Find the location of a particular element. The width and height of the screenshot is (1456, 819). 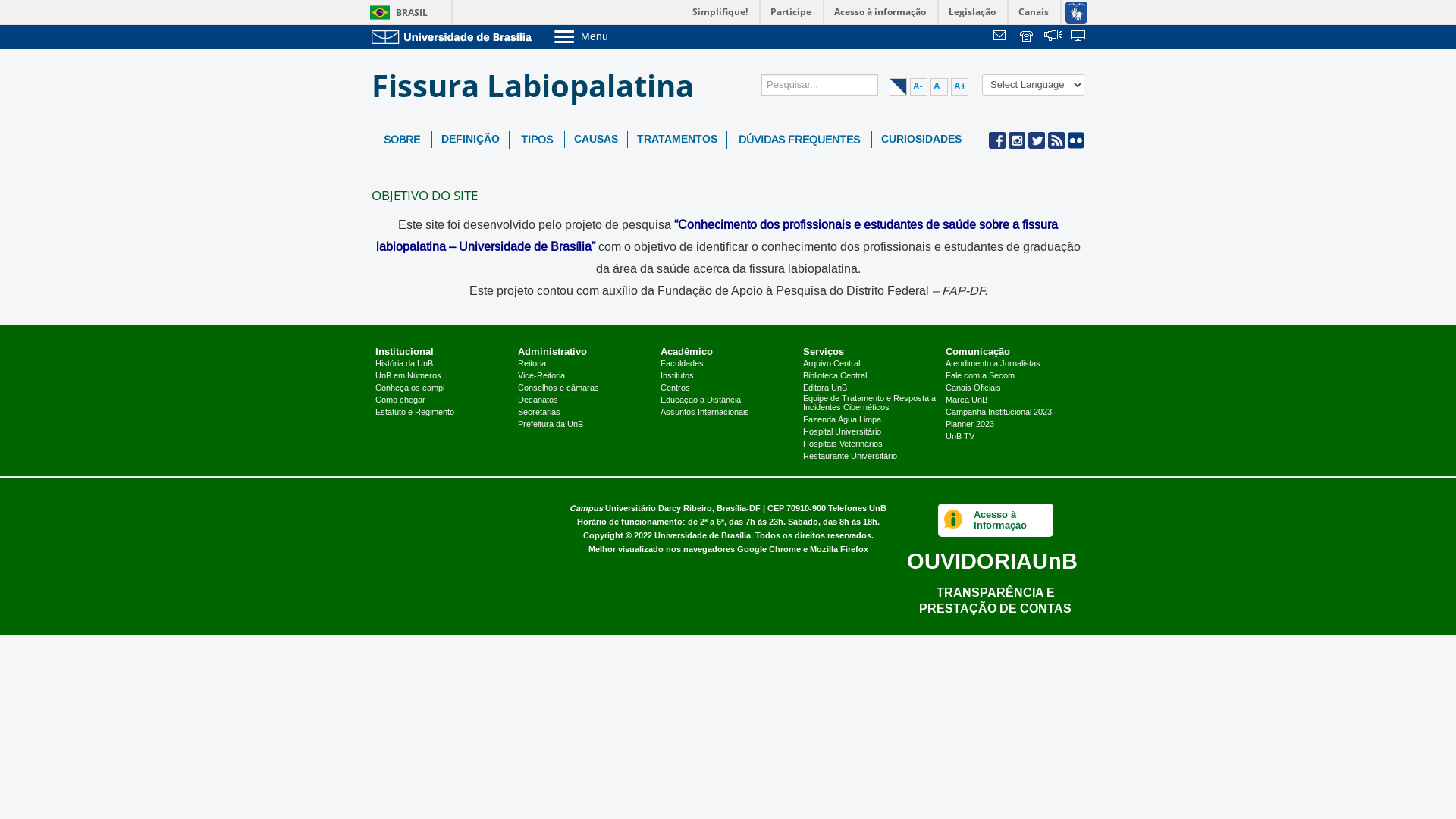

'Estatuto e Regimento' is located at coordinates (415, 412).